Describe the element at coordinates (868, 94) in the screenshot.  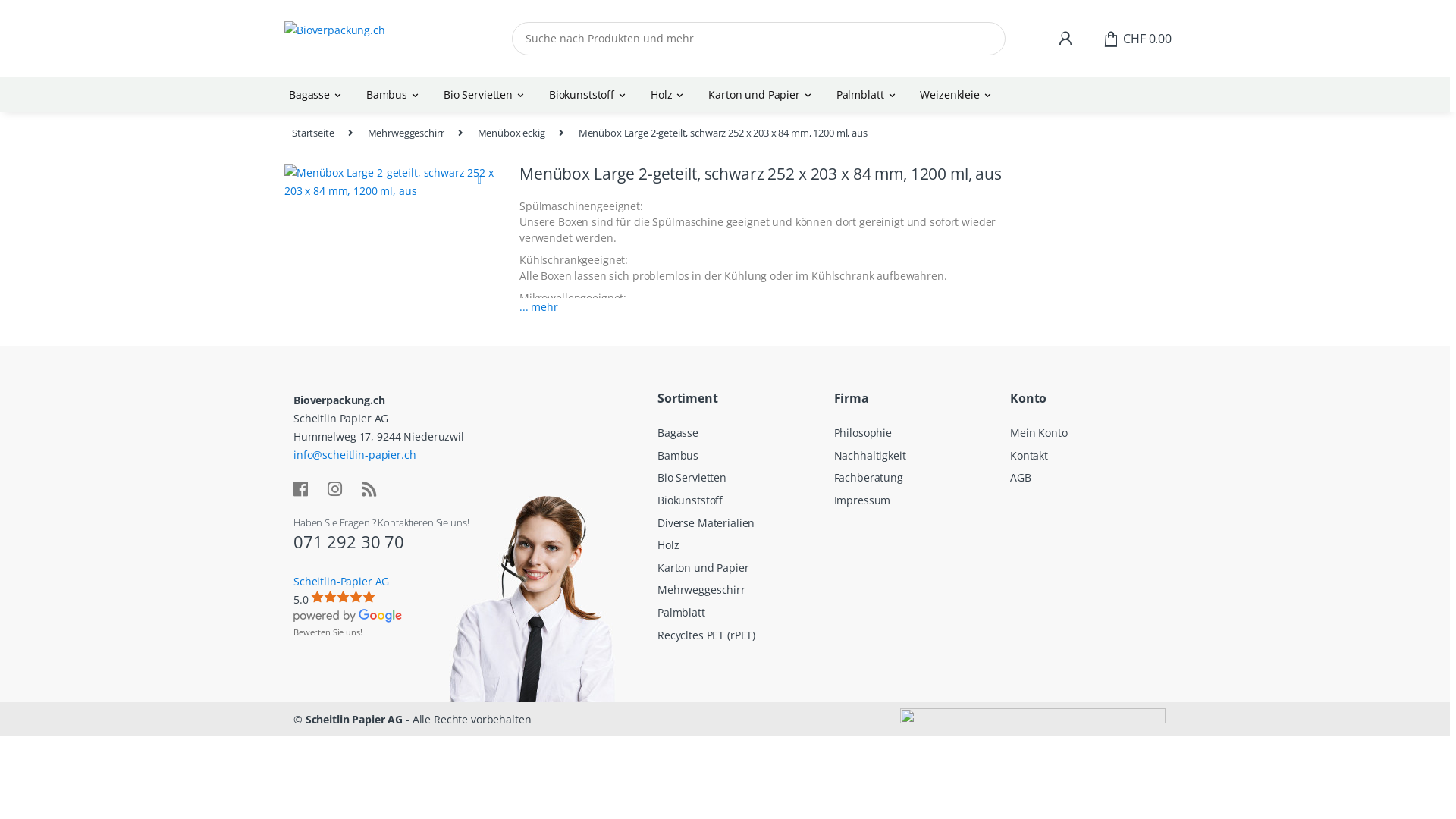
I see `'Palmblatt'` at that location.